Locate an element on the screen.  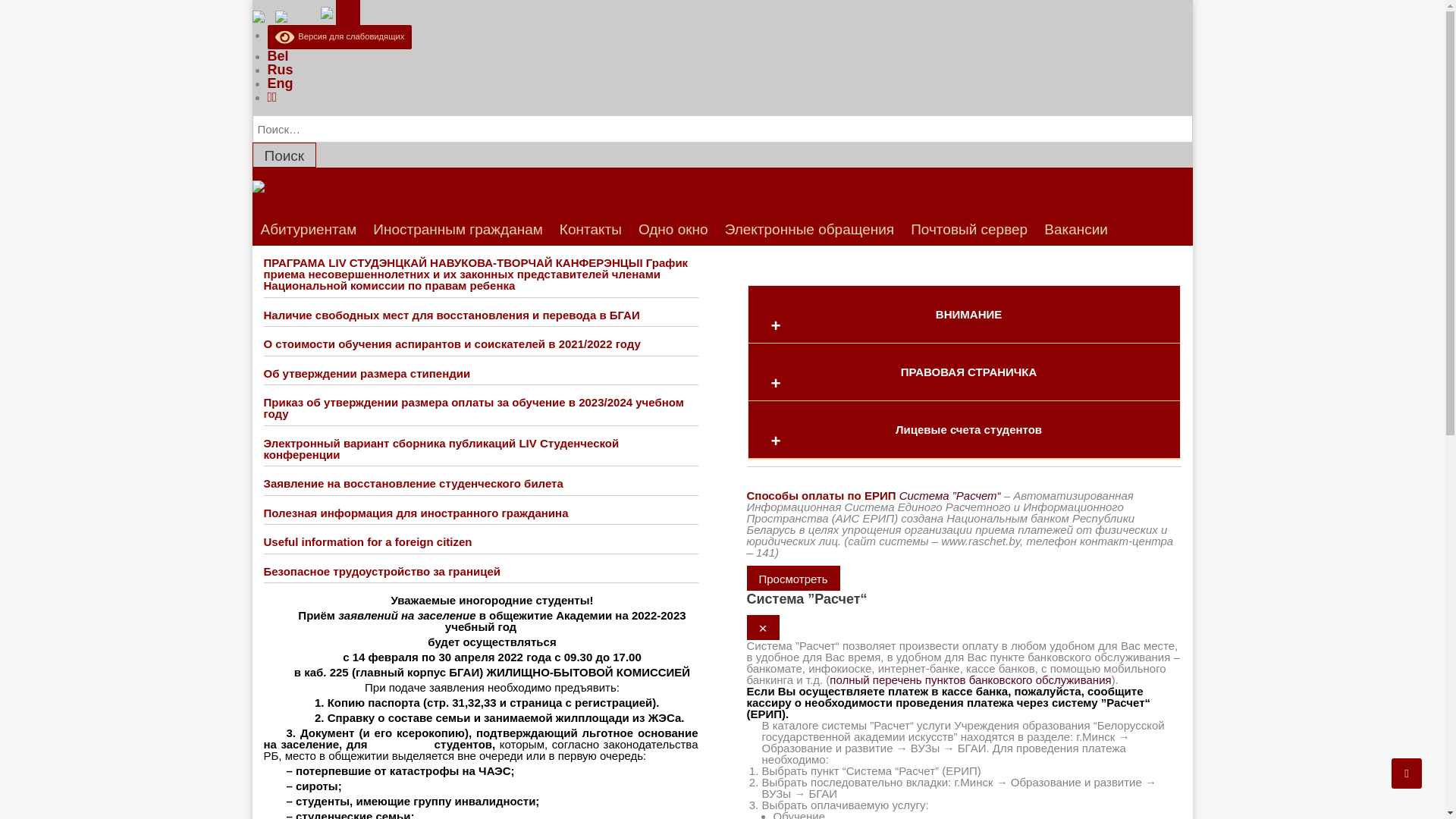
'Bel is located at coordinates (277, 55).